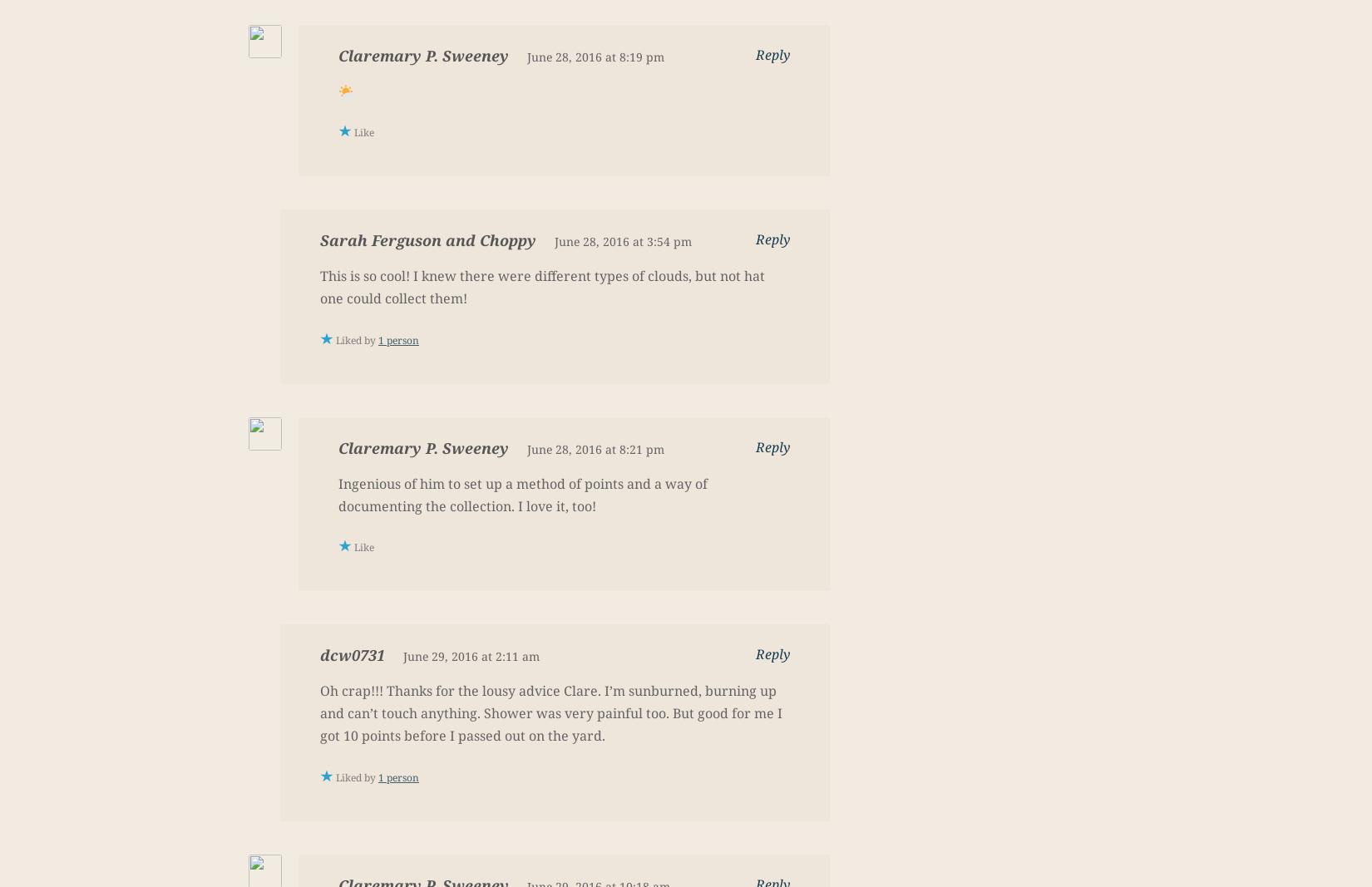  What do you see at coordinates (470, 655) in the screenshot?
I see `'June 29, 2016 at 2:11 am'` at bounding box center [470, 655].